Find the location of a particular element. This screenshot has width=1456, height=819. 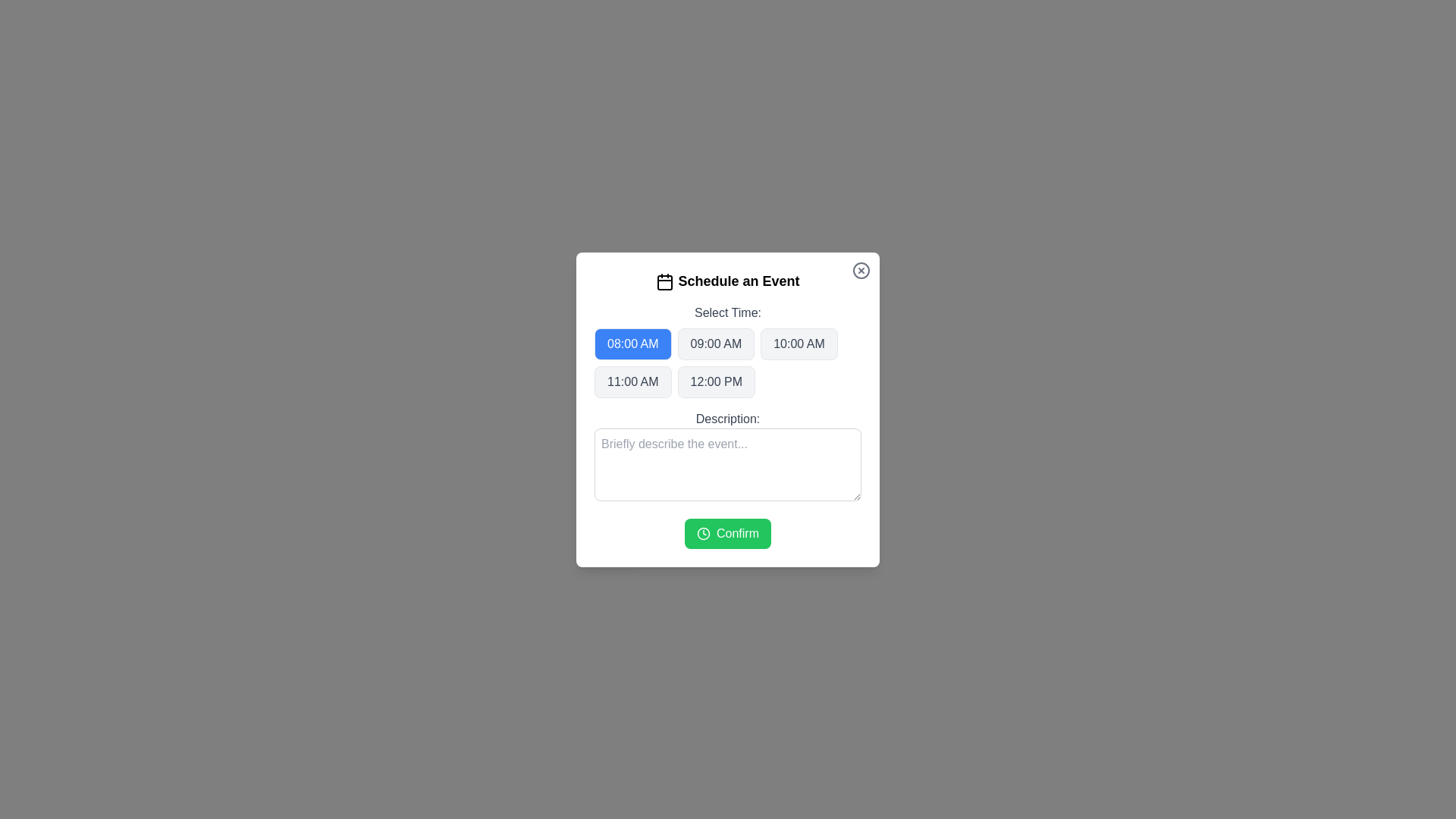

the calendar icon located in the header area of the centered modal window, slightly to the left of the 'Schedule an Event' text is located at coordinates (665, 281).